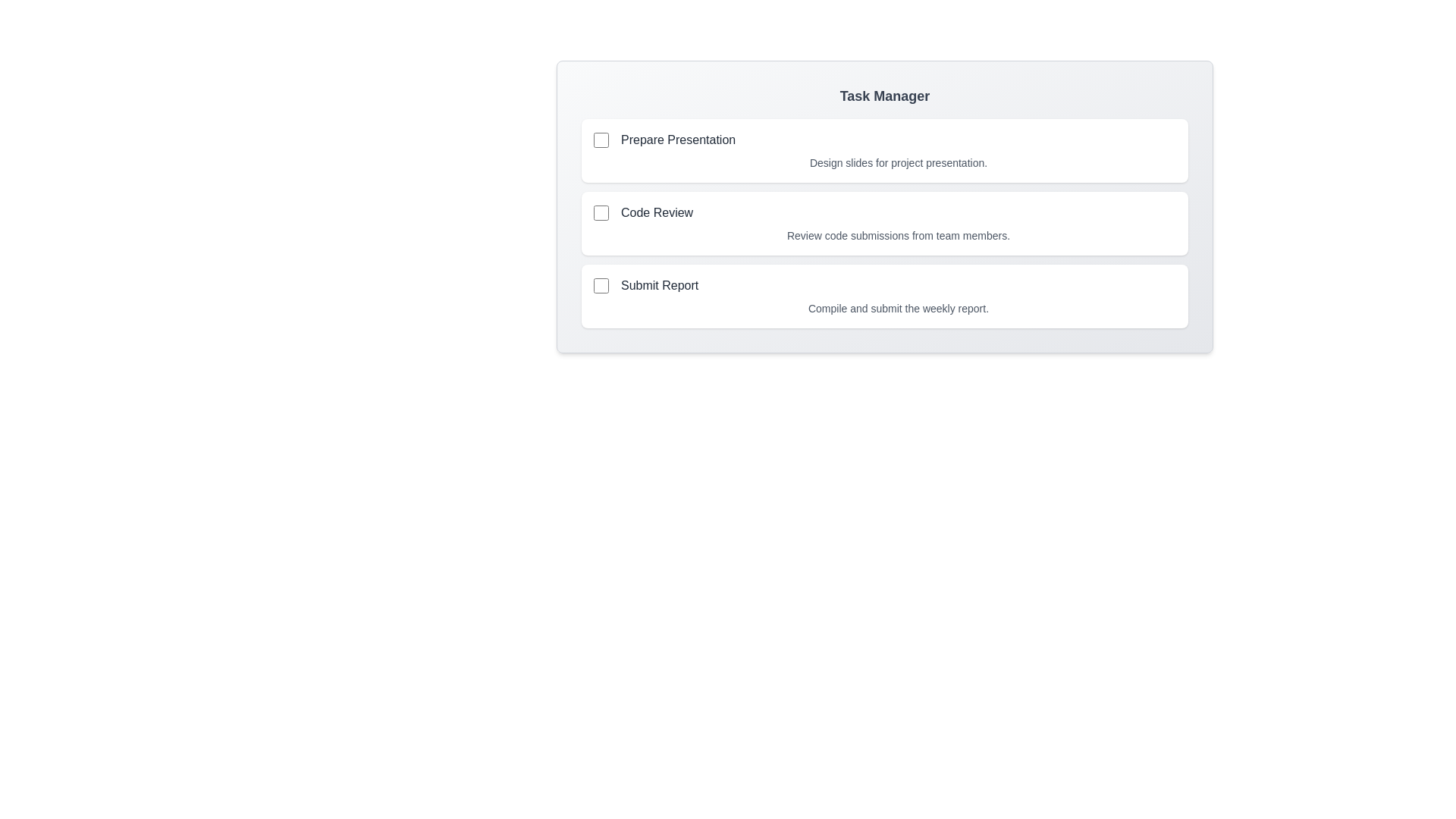  I want to click on the task title Prepare Presentation to select it, so click(677, 140).